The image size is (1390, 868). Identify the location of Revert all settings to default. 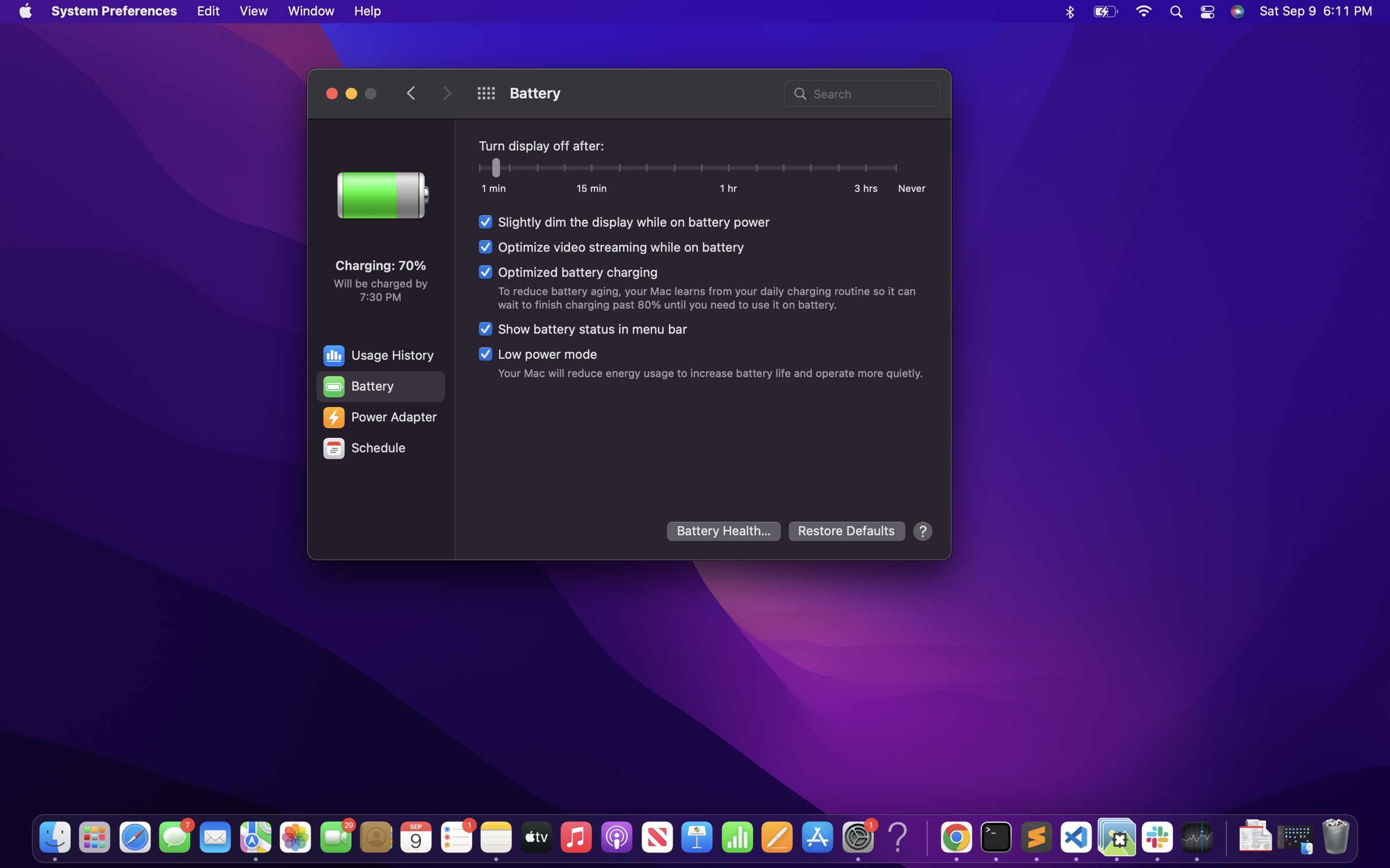
(847, 531).